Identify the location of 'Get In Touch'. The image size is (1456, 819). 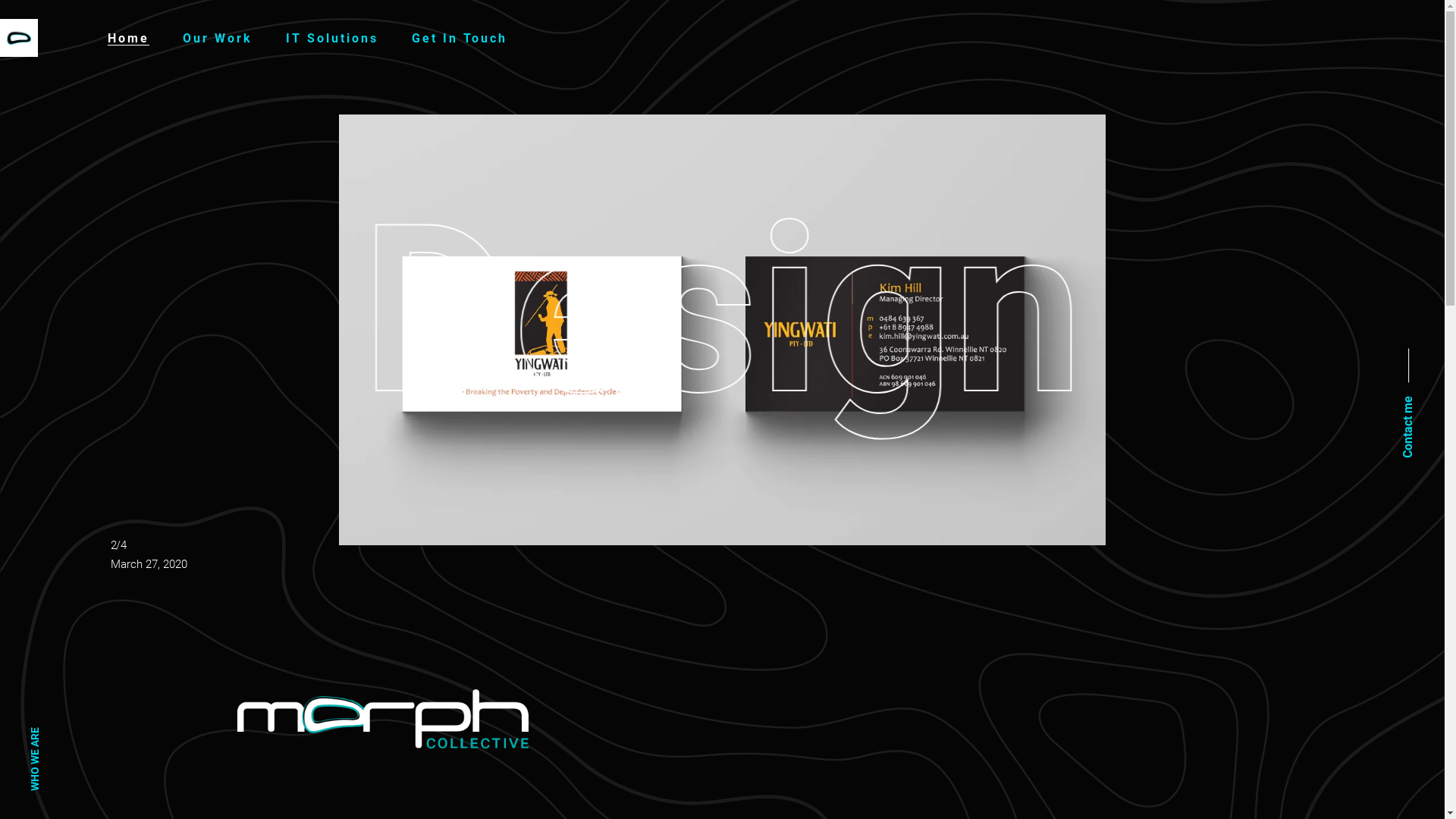
(458, 37).